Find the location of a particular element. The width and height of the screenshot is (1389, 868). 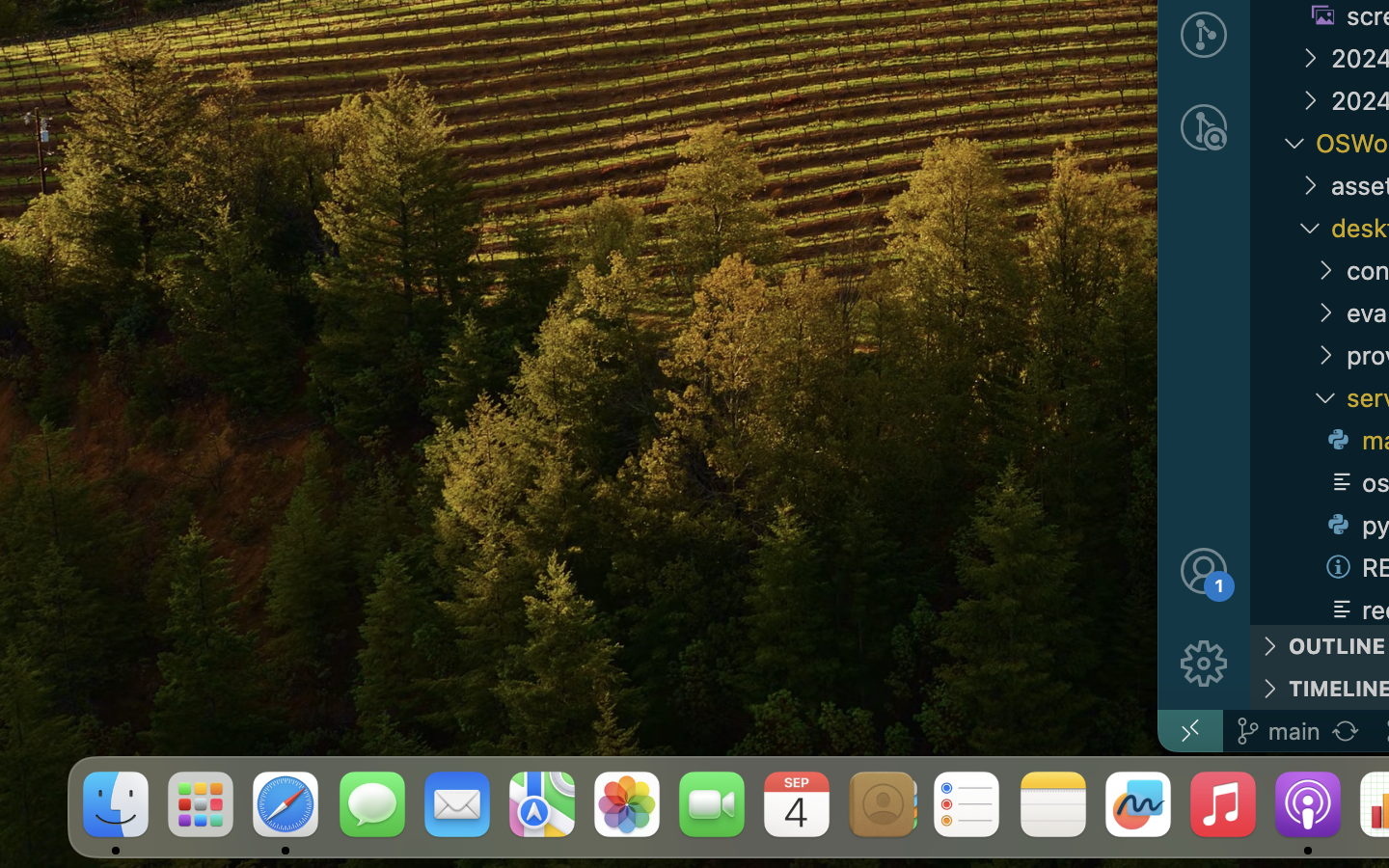

'0 ' is located at coordinates (1203, 127).